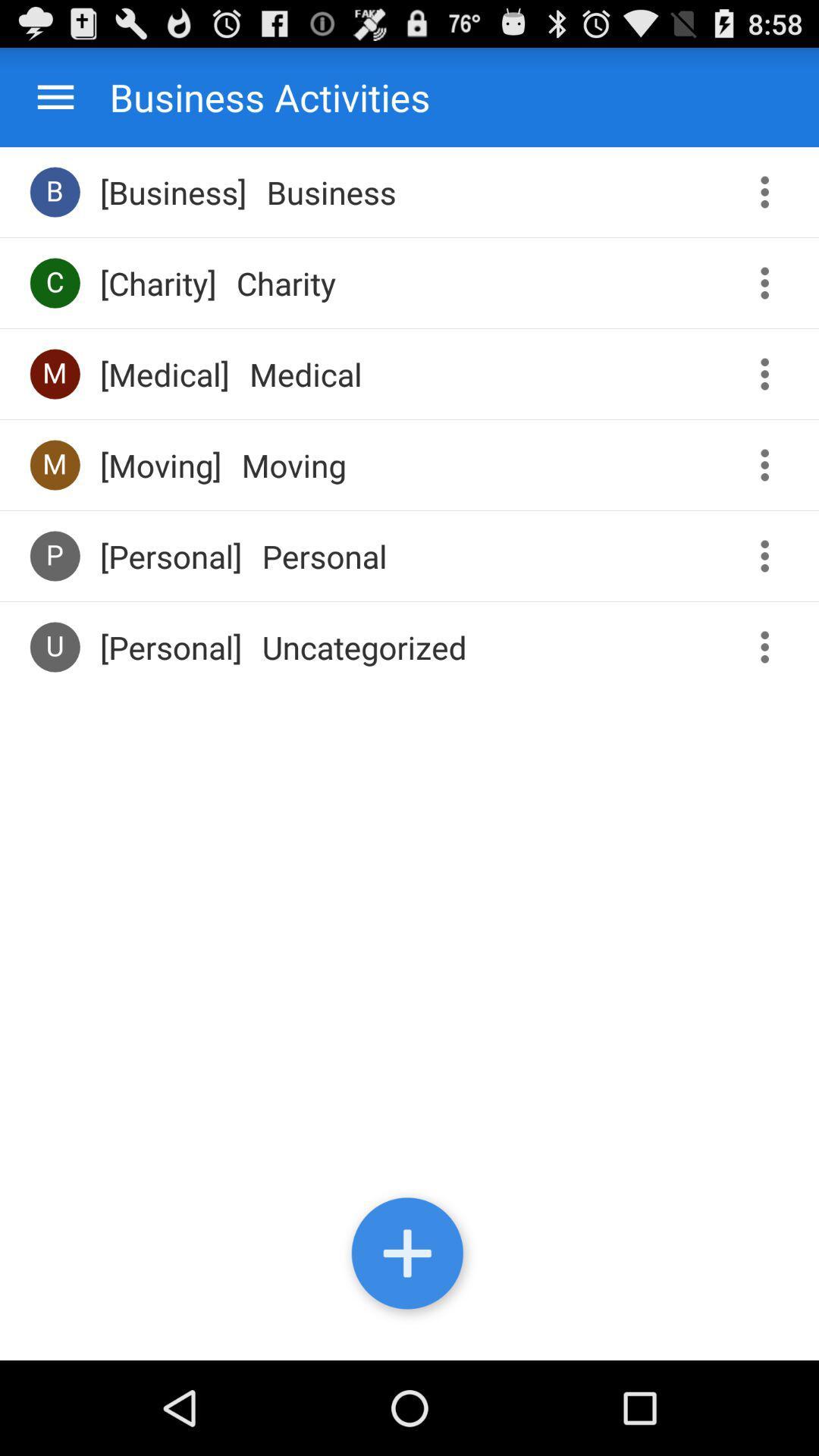  Describe the element at coordinates (770, 191) in the screenshot. I see `open business options` at that location.